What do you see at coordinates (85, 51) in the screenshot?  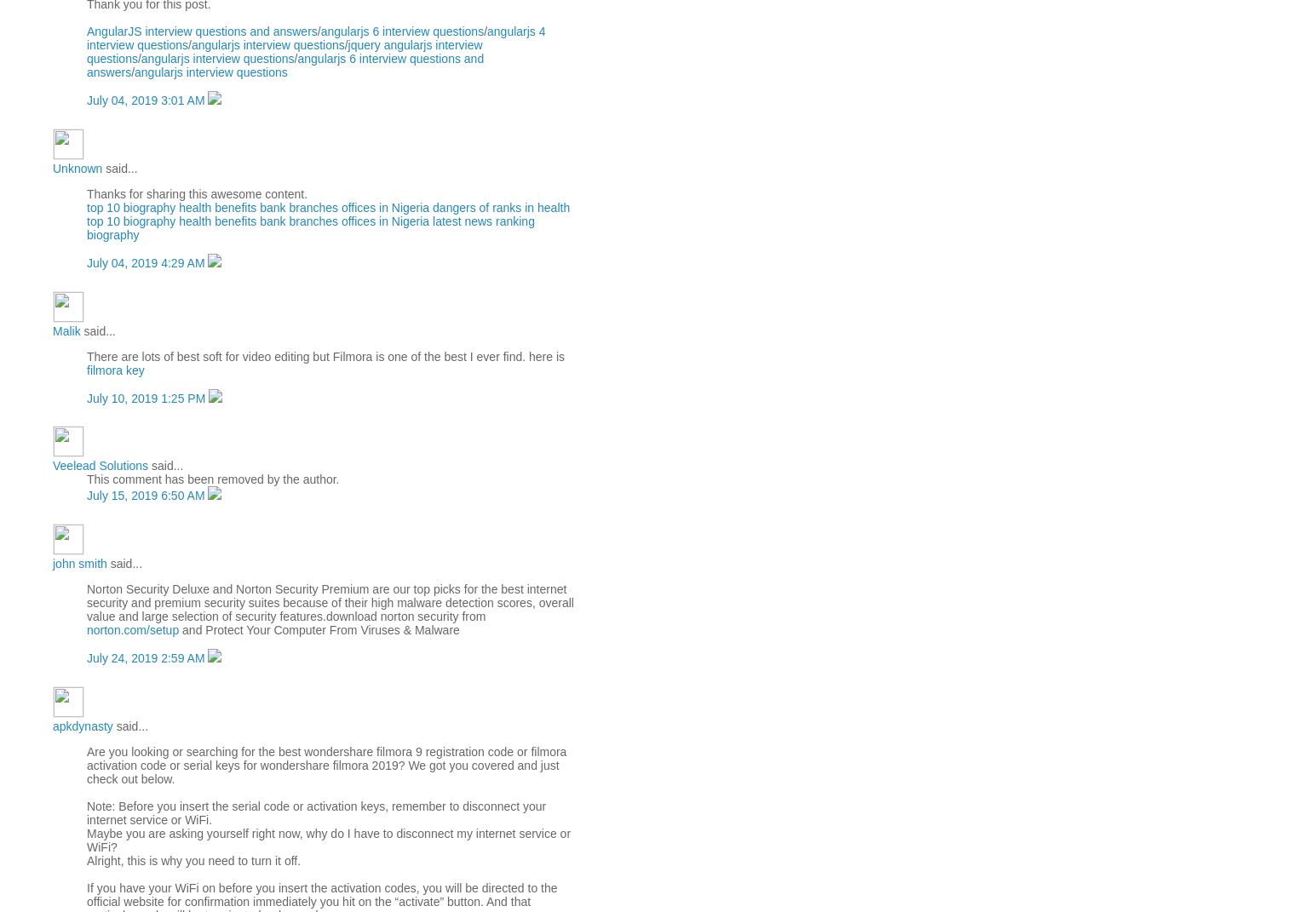 I see `'jquery angularjs interview questions'` at bounding box center [85, 51].